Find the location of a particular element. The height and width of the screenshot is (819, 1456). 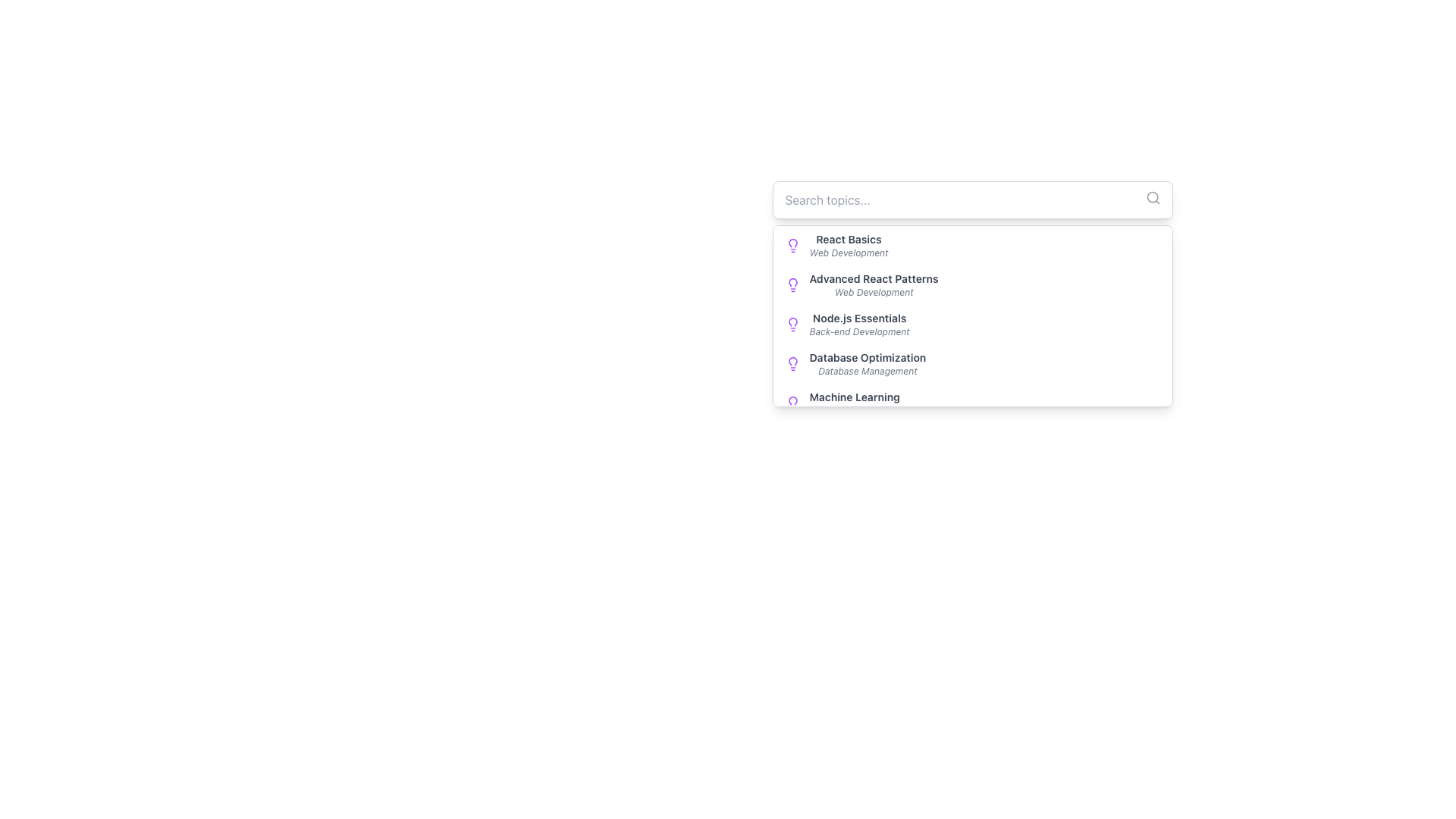

the icon representing the list item 'Advanced React Patterns', which is located to the left of the text in the dropdown panel is located at coordinates (792, 284).